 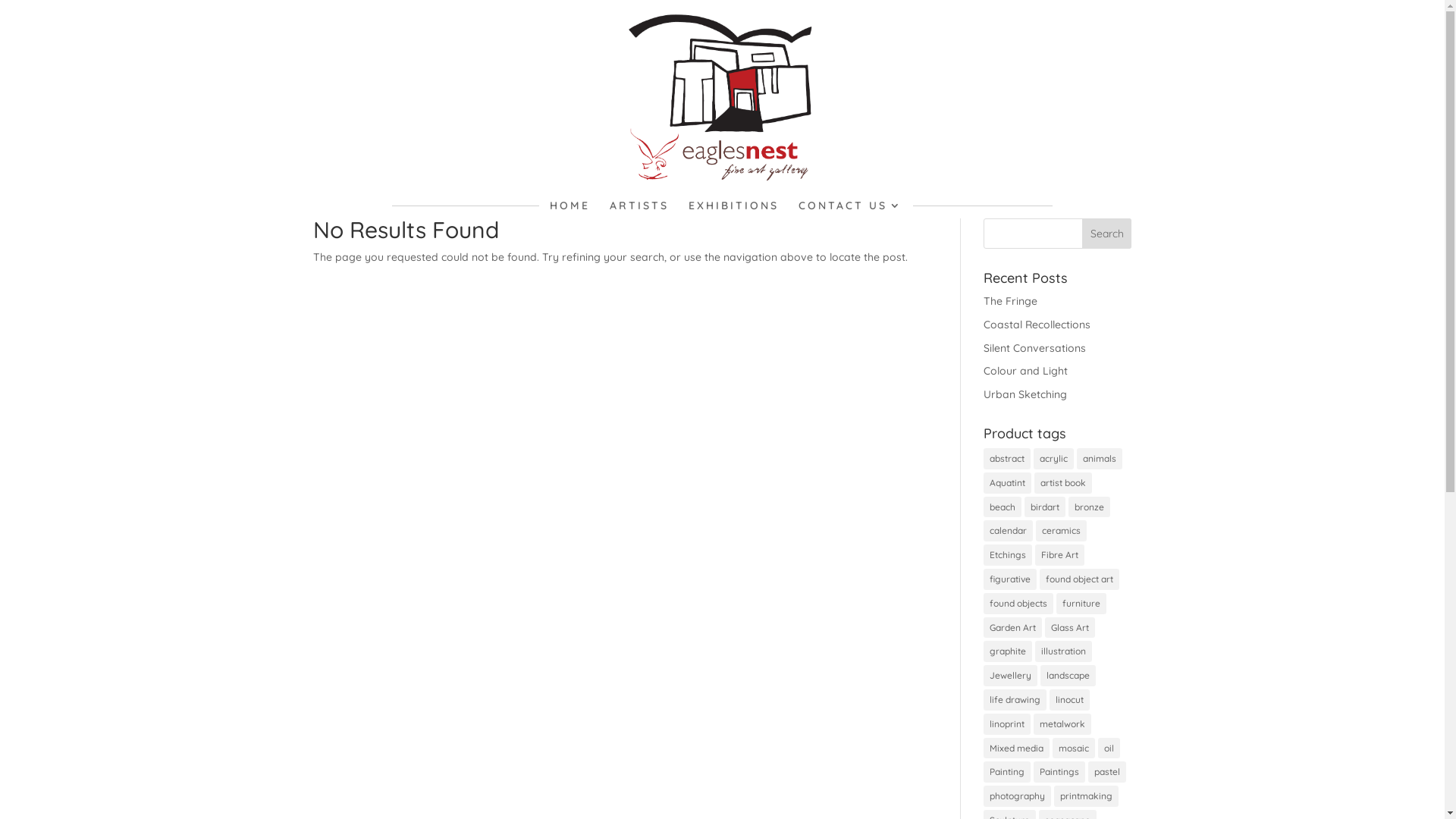 I want to click on 'graphite', so click(x=1008, y=651).